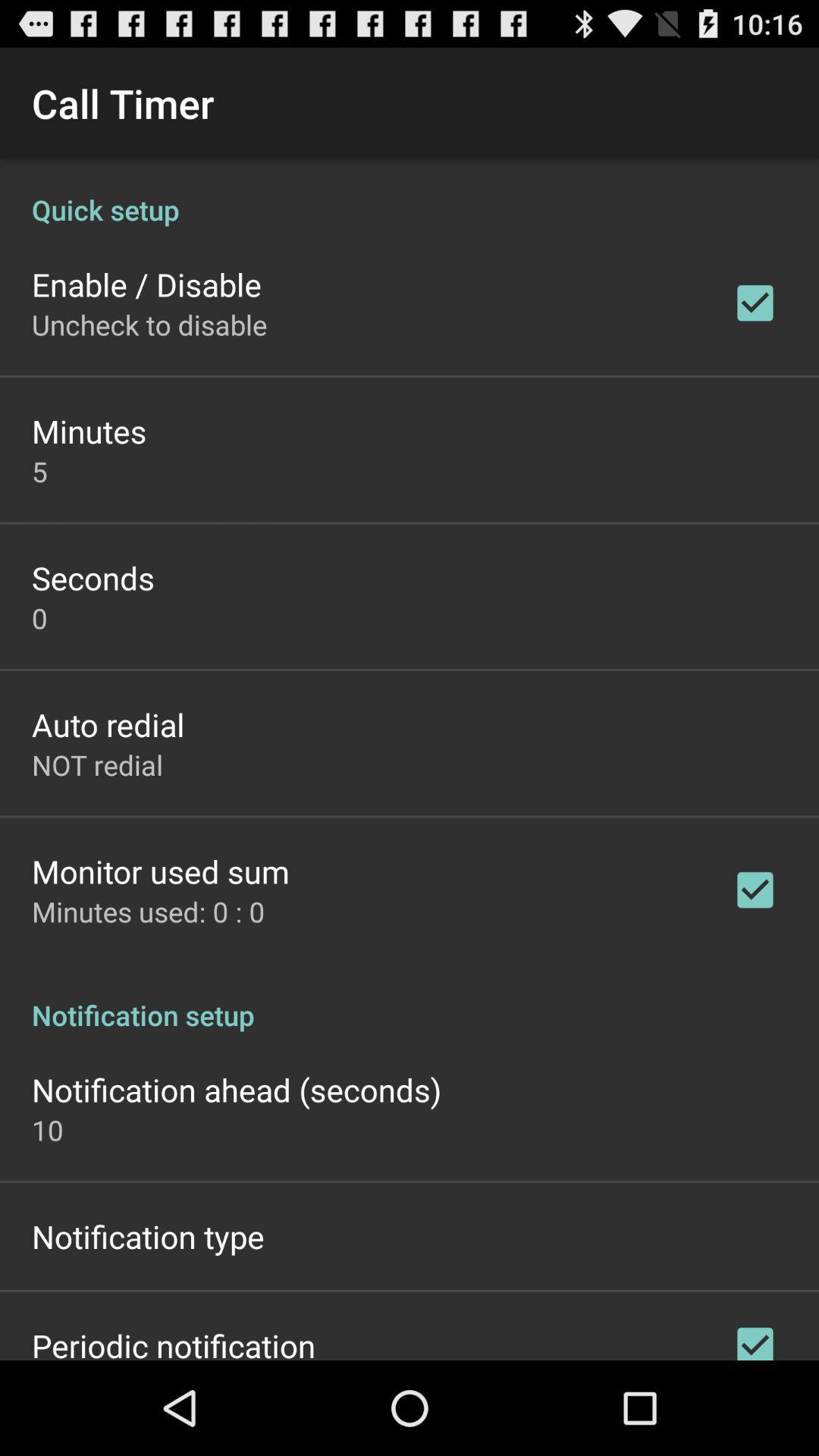 The height and width of the screenshot is (1456, 819). I want to click on the last check box, so click(755, 1337).